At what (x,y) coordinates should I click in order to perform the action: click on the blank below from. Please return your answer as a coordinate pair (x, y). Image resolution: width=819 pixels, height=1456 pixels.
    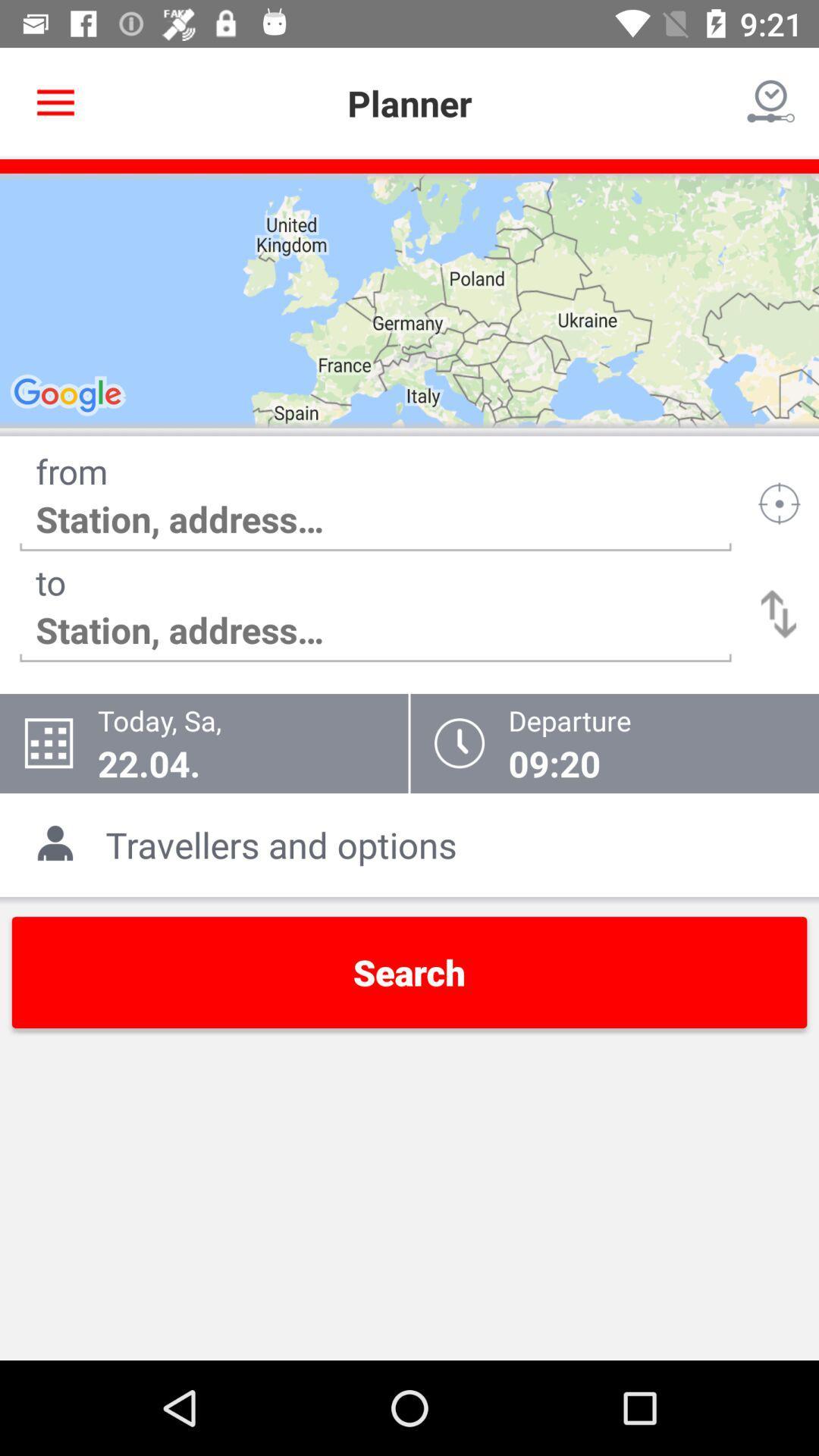
    Looking at the image, I should click on (375, 519).